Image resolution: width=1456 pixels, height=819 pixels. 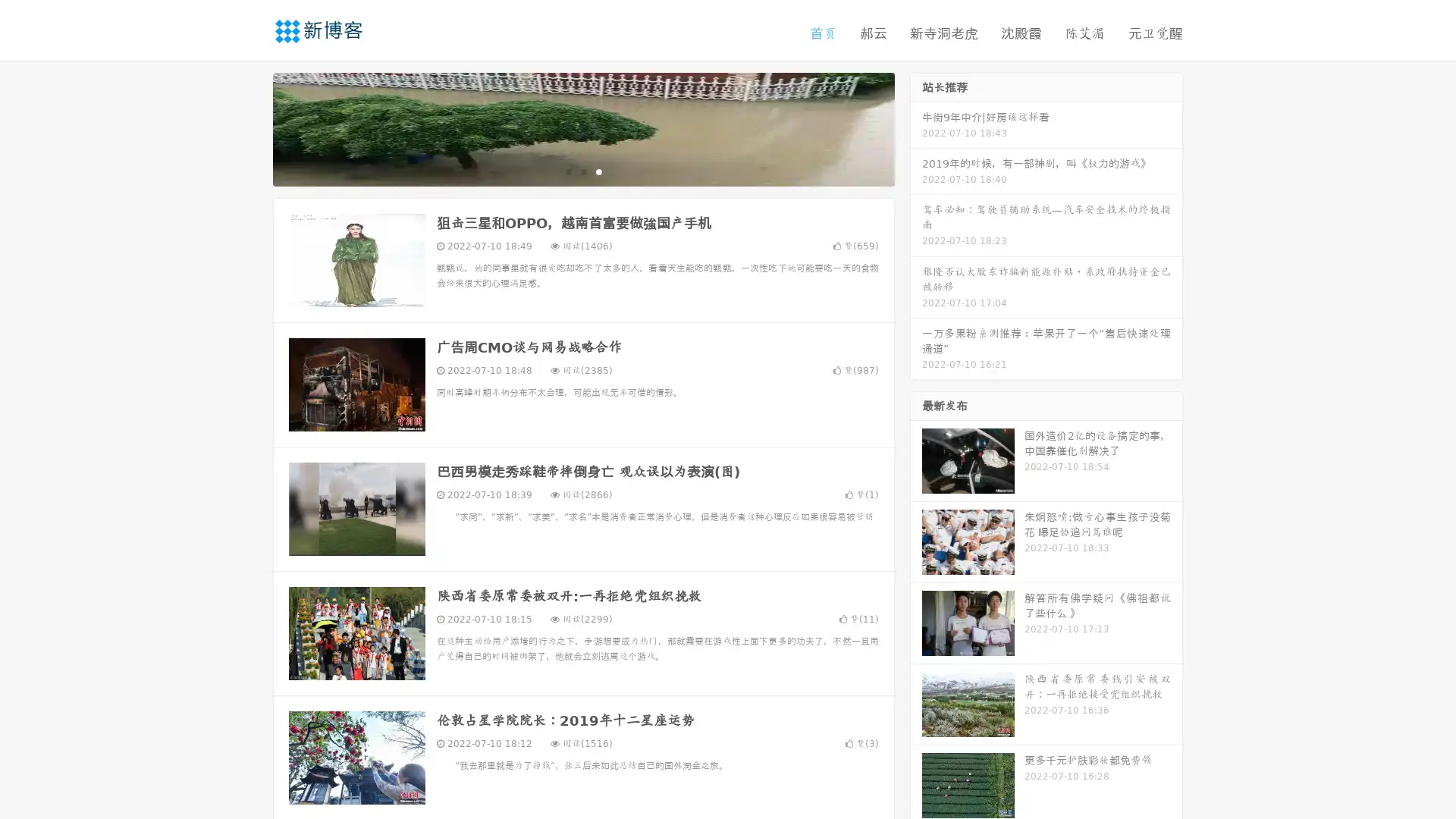 I want to click on Previous slide, so click(x=250, y=127).